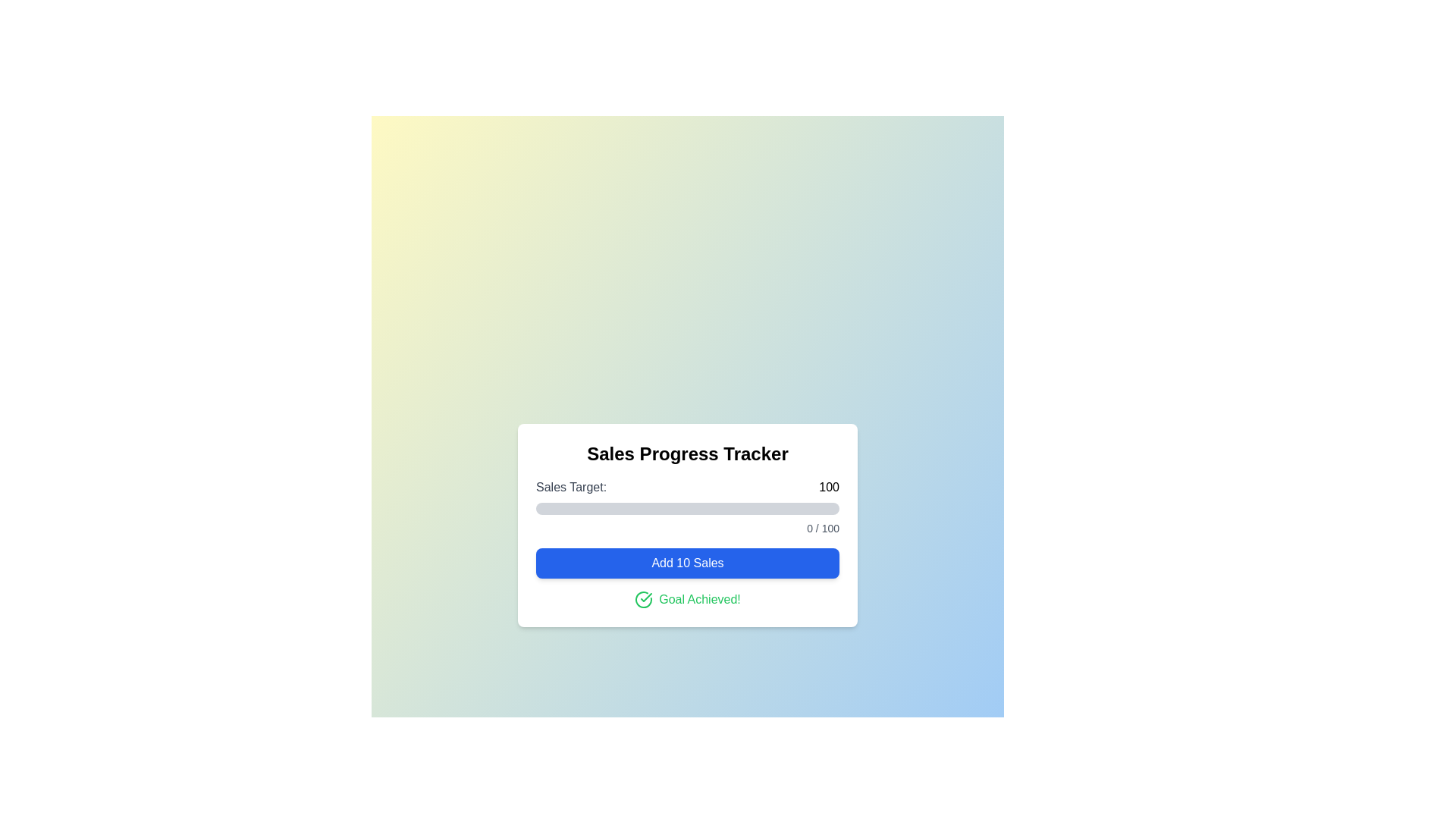  What do you see at coordinates (687, 509) in the screenshot?
I see `the progress bar that visually represents the progress towards a sales target, located beneath the 'Sales Target:' label and above the numerical progress indicator '0 / 100'` at bounding box center [687, 509].